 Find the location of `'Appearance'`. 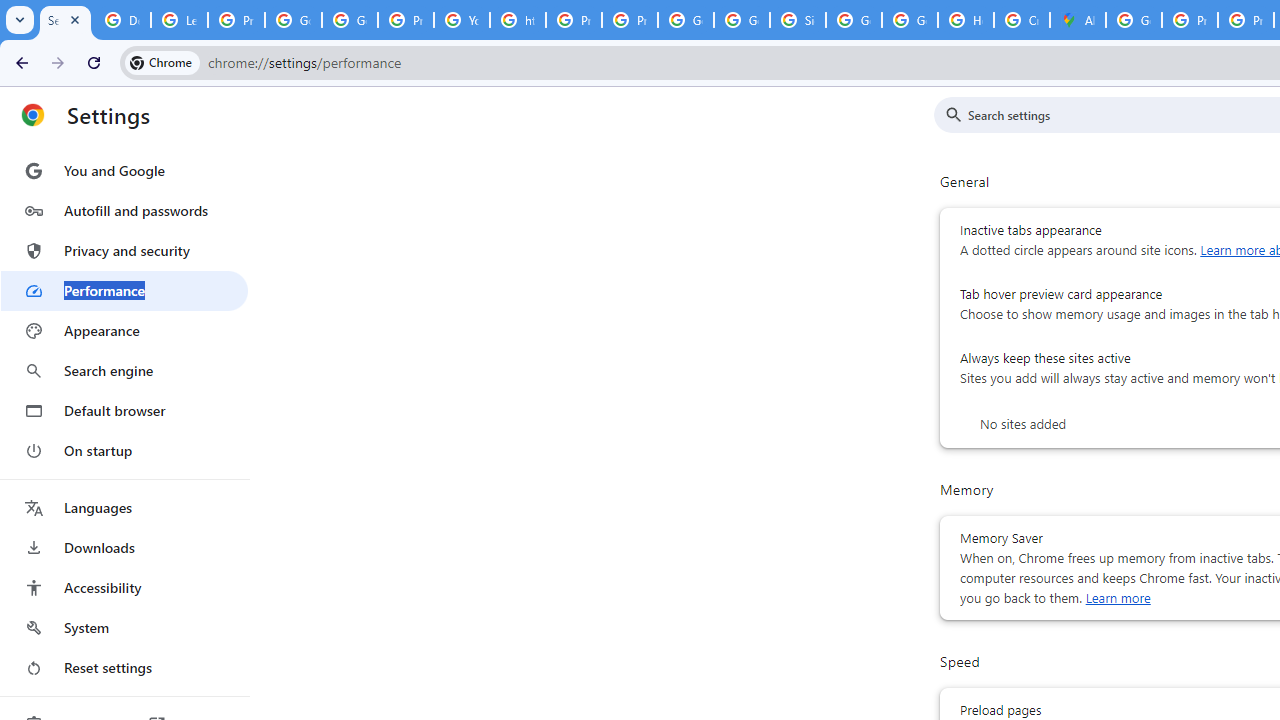

'Appearance' is located at coordinates (123, 330).